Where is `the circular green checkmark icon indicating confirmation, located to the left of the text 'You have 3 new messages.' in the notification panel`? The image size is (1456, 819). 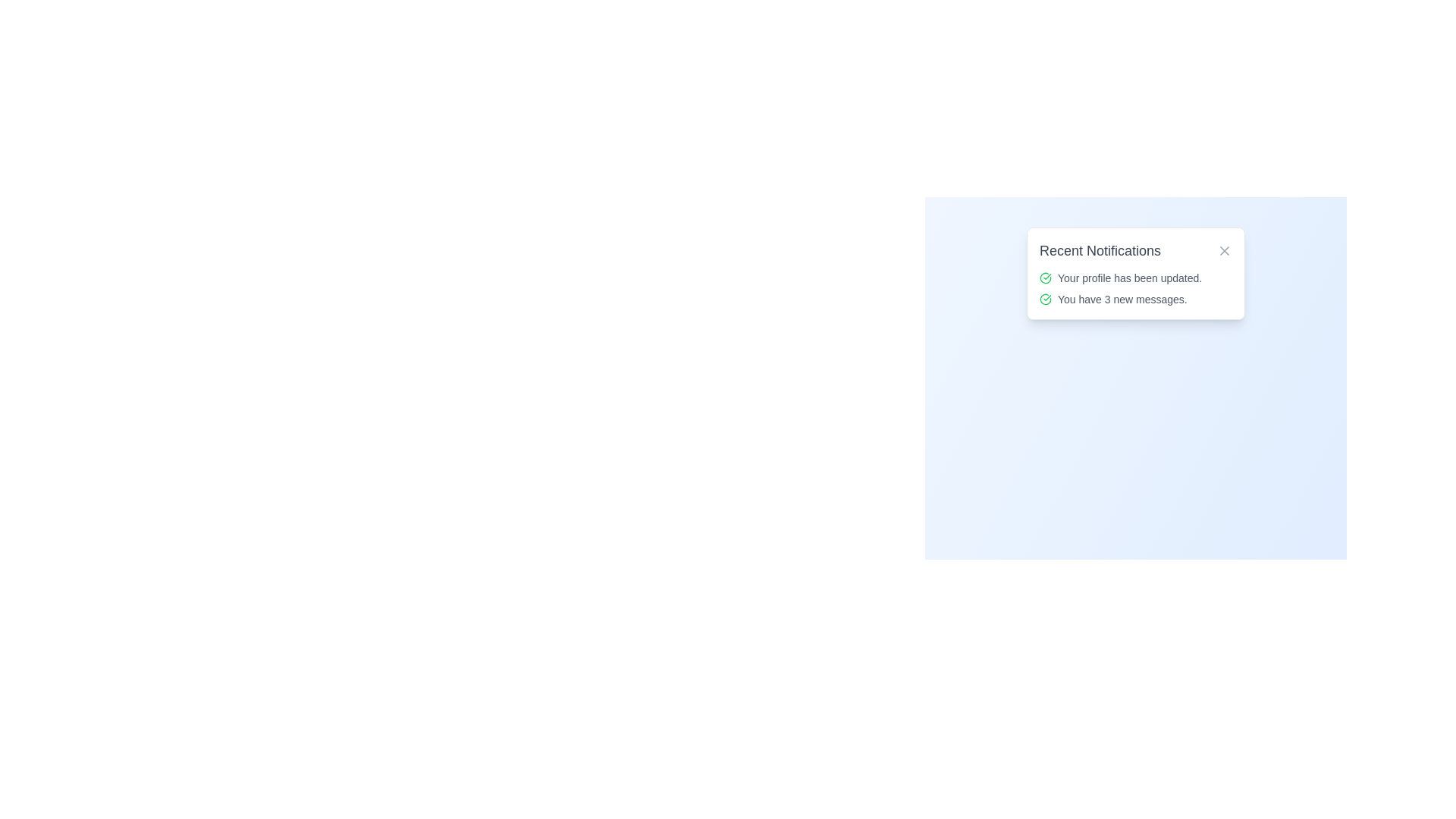 the circular green checkmark icon indicating confirmation, located to the left of the text 'You have 3 new messages.' in the notification panel is located at coordinates (1044, 299).